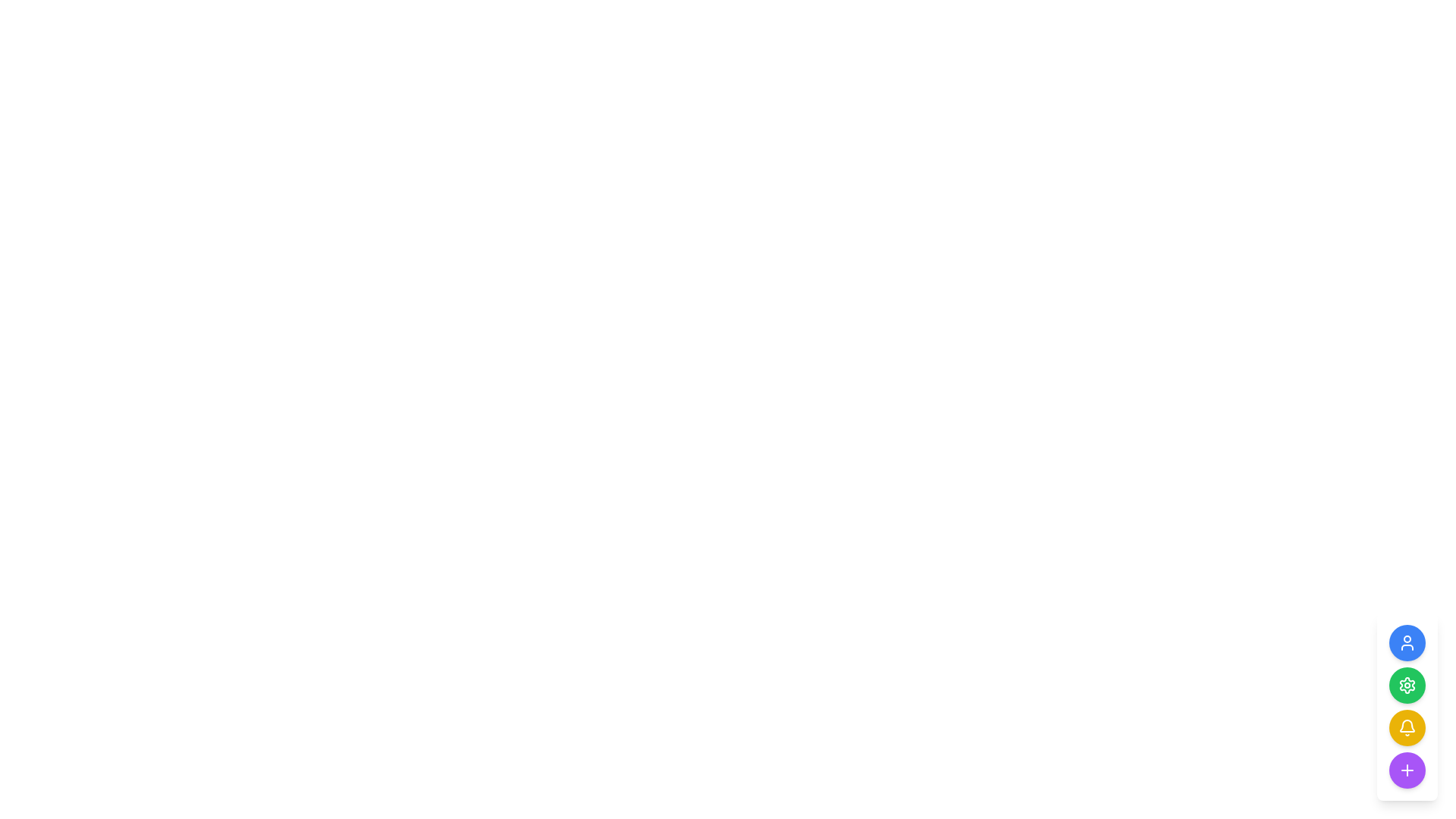 This screenshot has height=819, width=1456. Describe the element at coordinates (1407, 685) in the screenshot. I see `the settings icon located inside the second green button from the top in the vertical stack of buttons on the right side of the interface` at that location.